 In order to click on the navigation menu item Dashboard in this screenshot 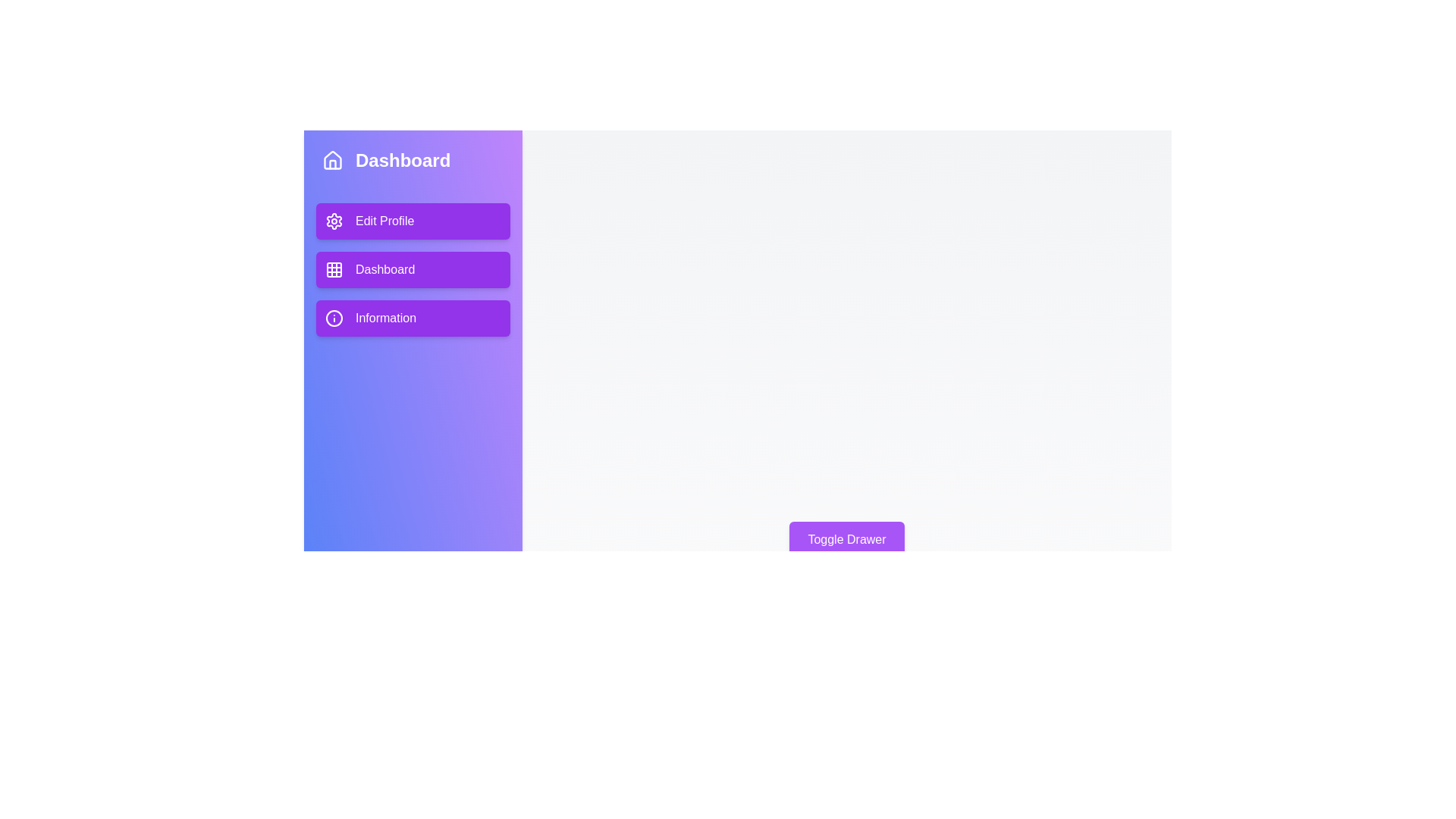, I will do `click(413, 268)`.